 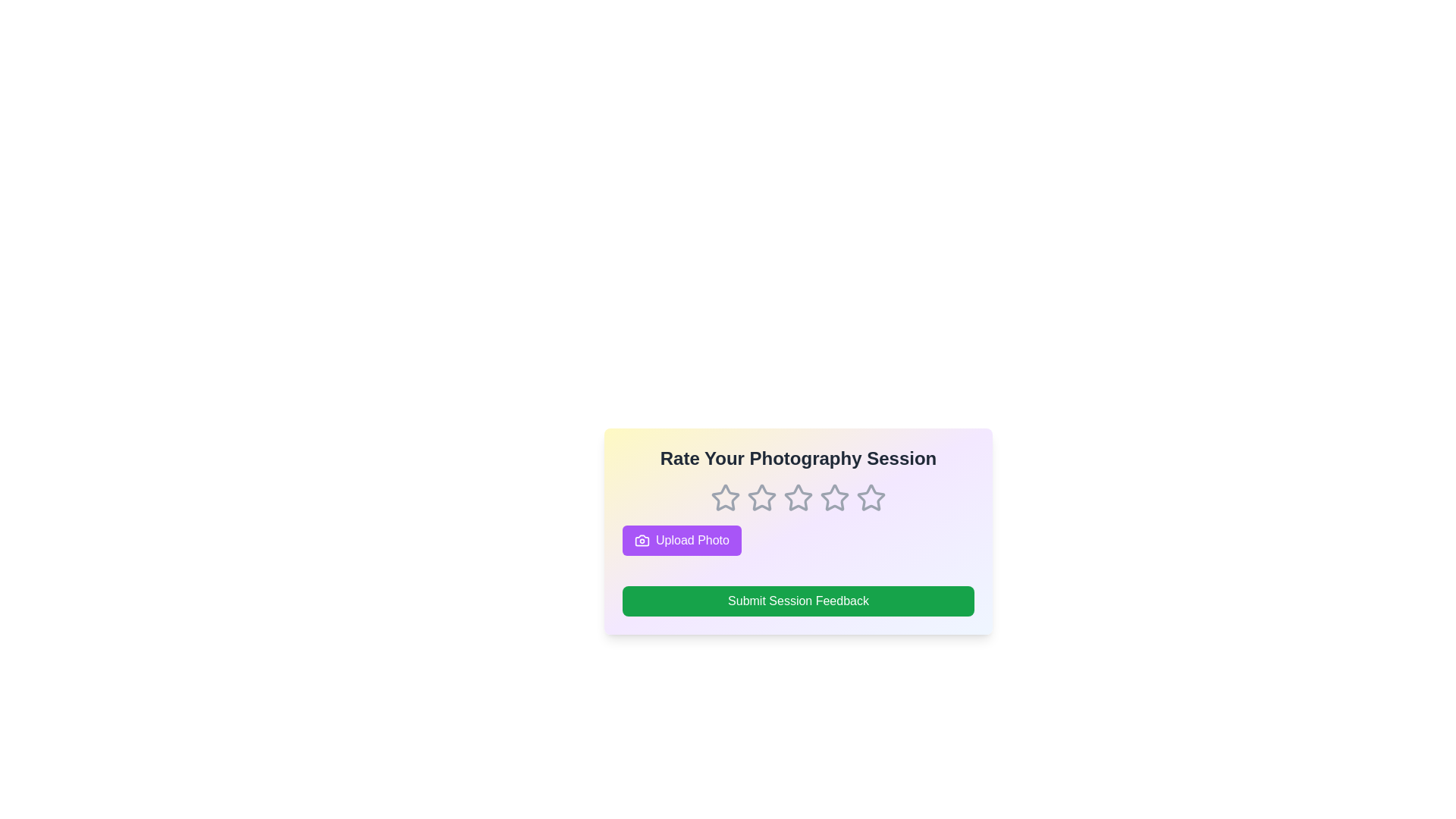 I want to click on the rating to 2 stars by clicking on the corresponding star, so click(x=761, y=497).